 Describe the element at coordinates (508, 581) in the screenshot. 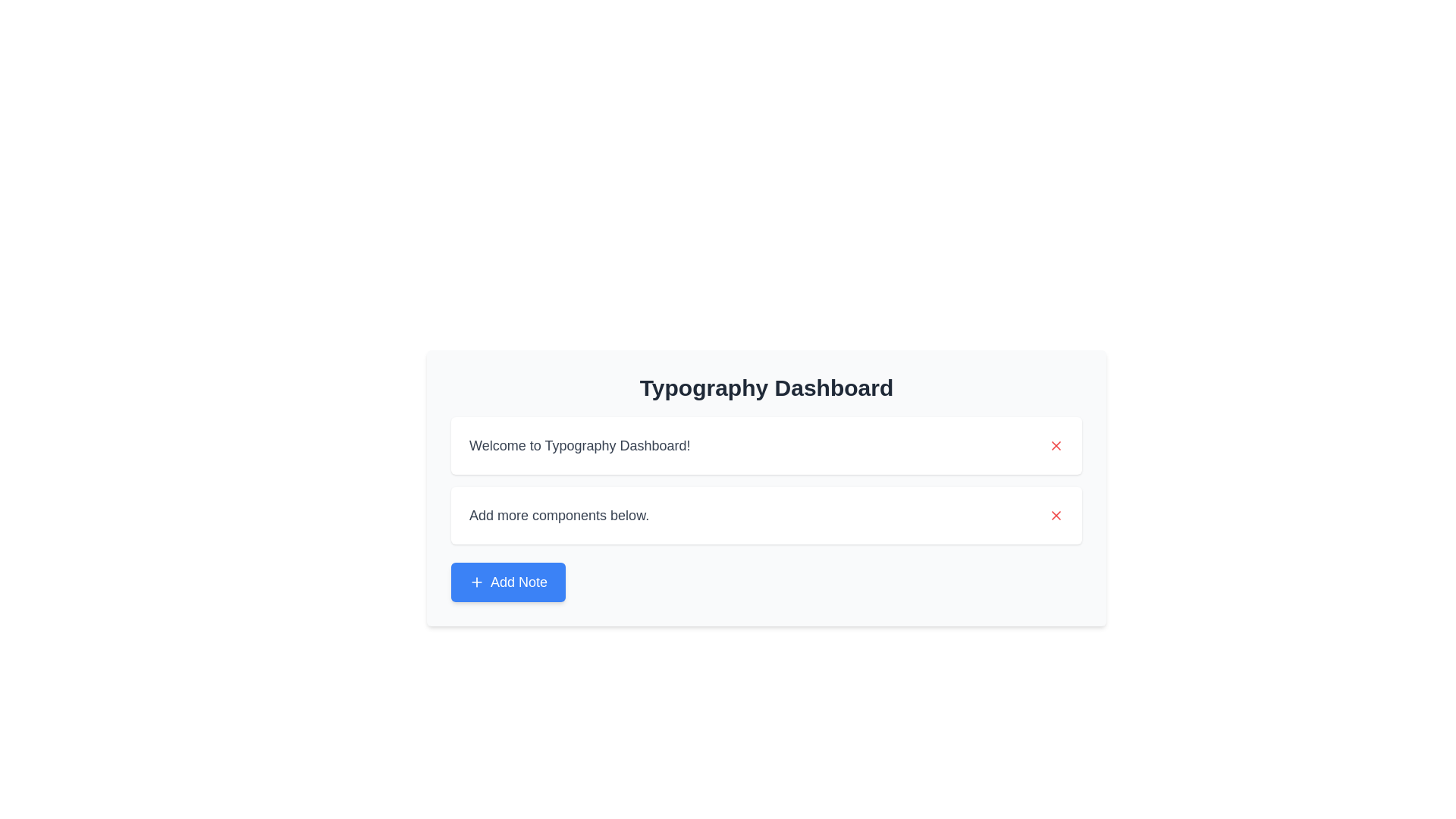

I see `the rectangular blue button labeled 'Add Note' with a plus icon, located at the bottom of the 'Typography Dashboard' section` at that location.